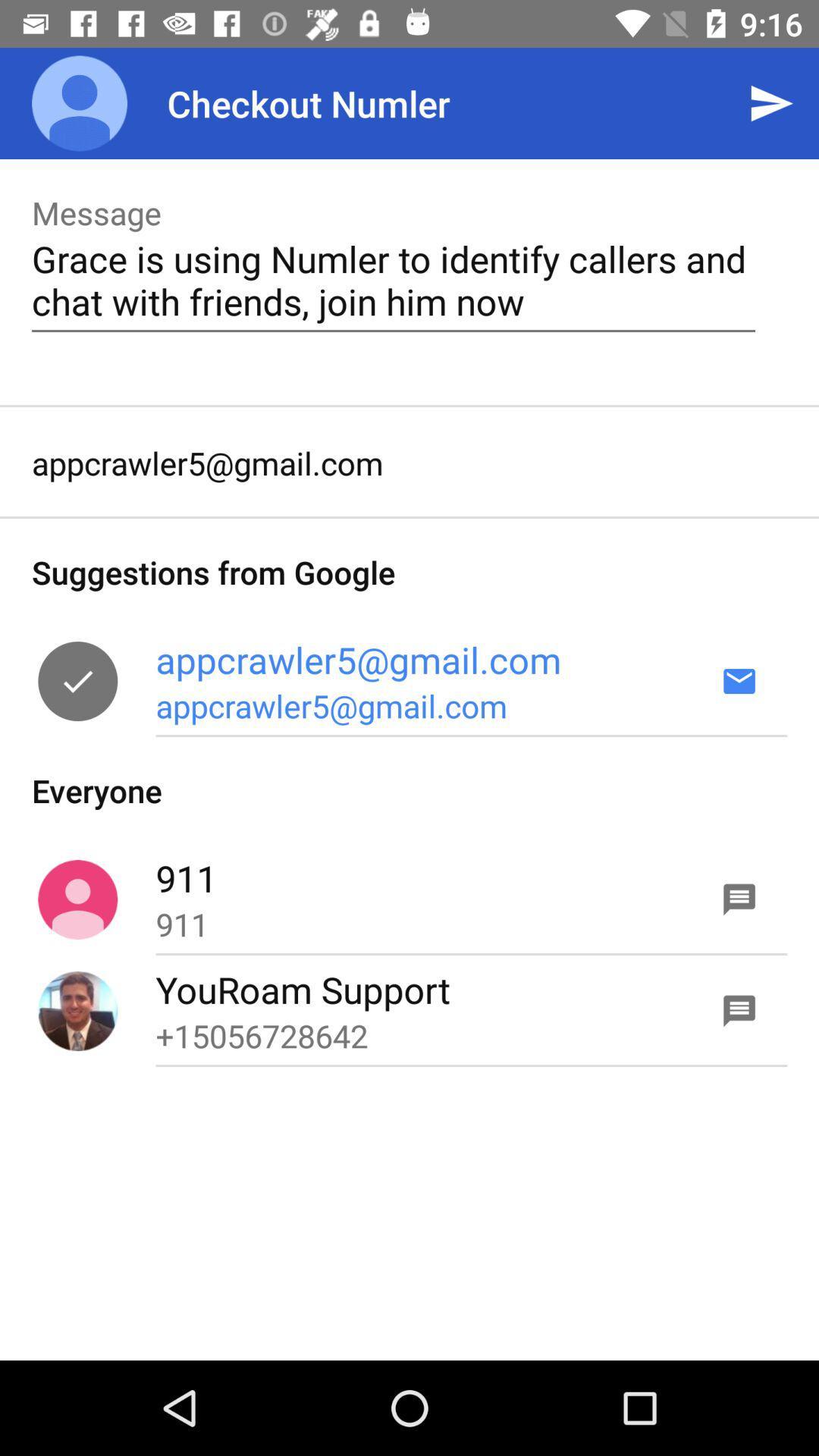 The image size is (819, 1456). Describe the element at coordinates (771, 102) in the screenshot. I see `icon above grace is using icon` at that location.